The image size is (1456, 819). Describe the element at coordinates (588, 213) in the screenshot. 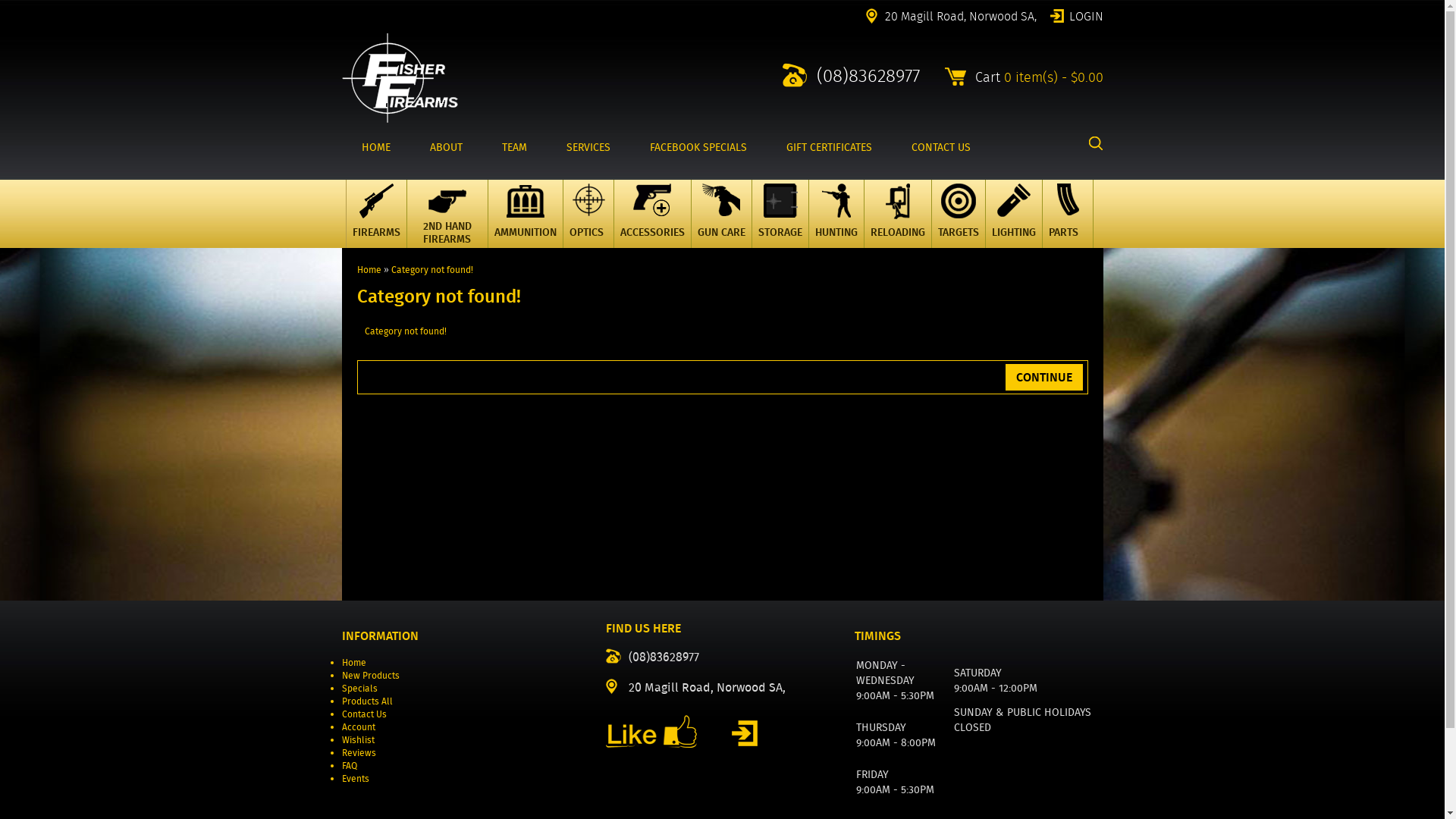

I see `'OPTICS'` at that location.